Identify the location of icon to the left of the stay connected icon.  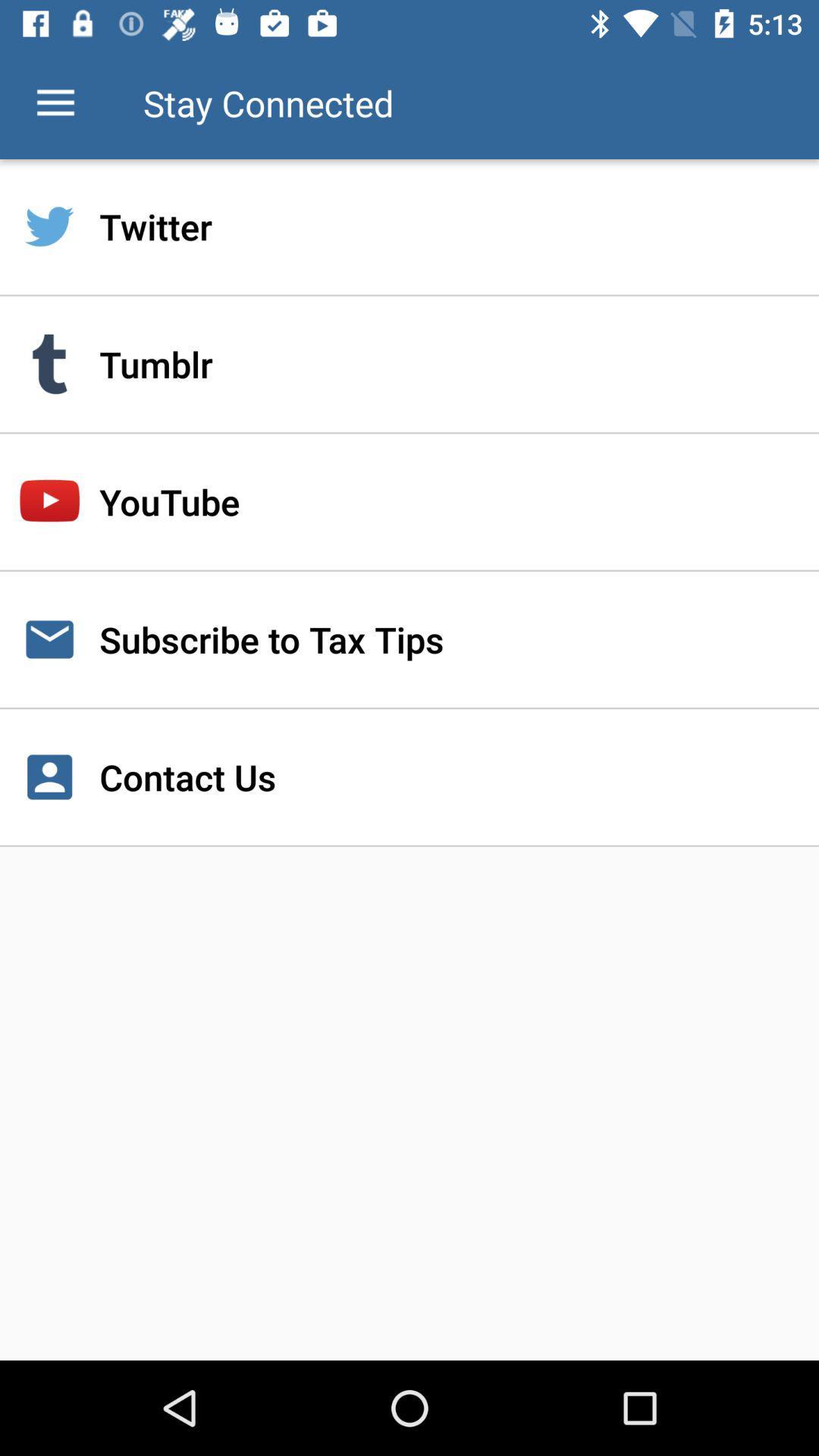
(55, 102).